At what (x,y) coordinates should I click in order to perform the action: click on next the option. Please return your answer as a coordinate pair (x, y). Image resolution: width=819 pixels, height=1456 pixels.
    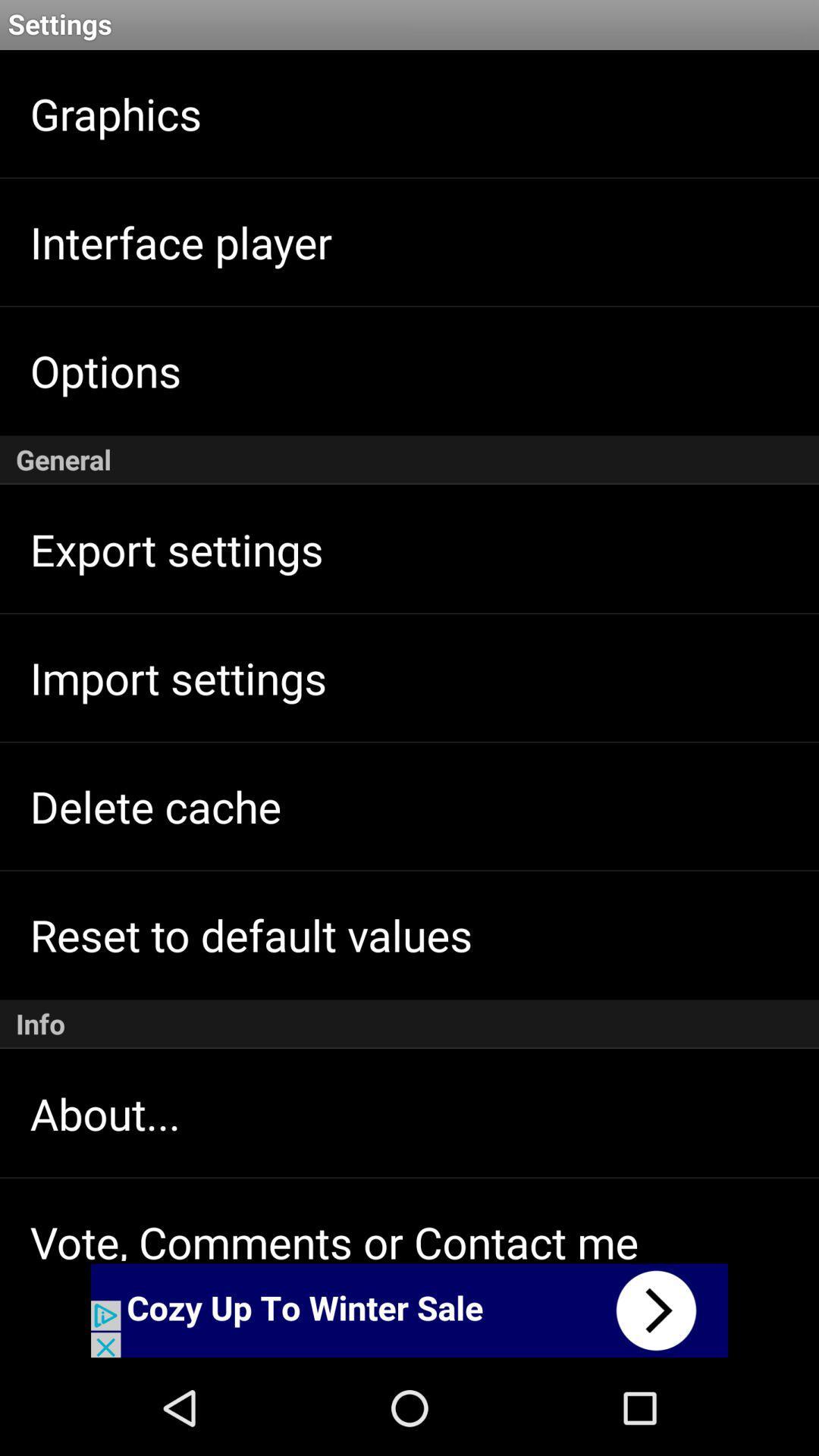
    Looking at the image, I should click on (409, 1310).